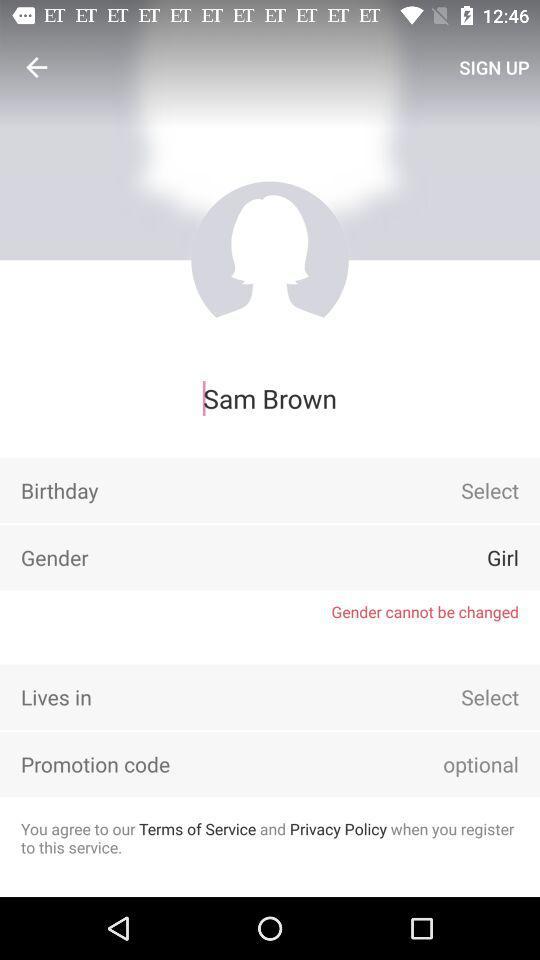 The image size is (540, 960). What do you see at coordinates (453, 763) in the screenshot?
I see `icon to the right of the promotion code` at bounding box center [453, 763].